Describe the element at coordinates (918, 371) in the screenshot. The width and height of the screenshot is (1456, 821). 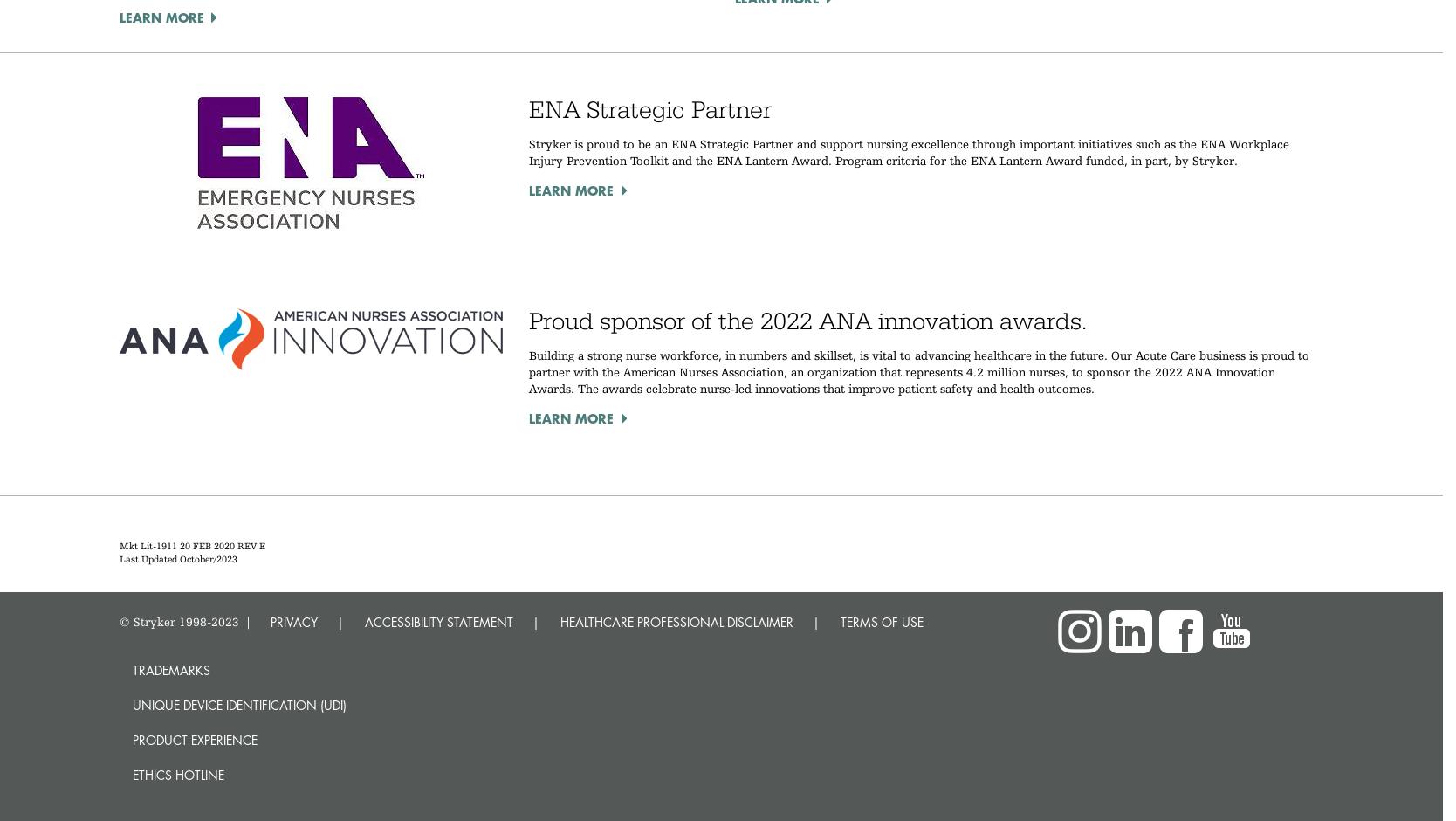
I see `'Building a strong nurse workforce, in numbers and skillset, is vital to advancing healthcare in the future. Our Acute Care business is proud to partner with the American Nurses Association, an organization that represents 4.2 million nurses, to sponsor the 2022 ANA Innovation Awards. The awards celebrate nurse-led innovations that improve patient safety and health outcomes.'` at that location.